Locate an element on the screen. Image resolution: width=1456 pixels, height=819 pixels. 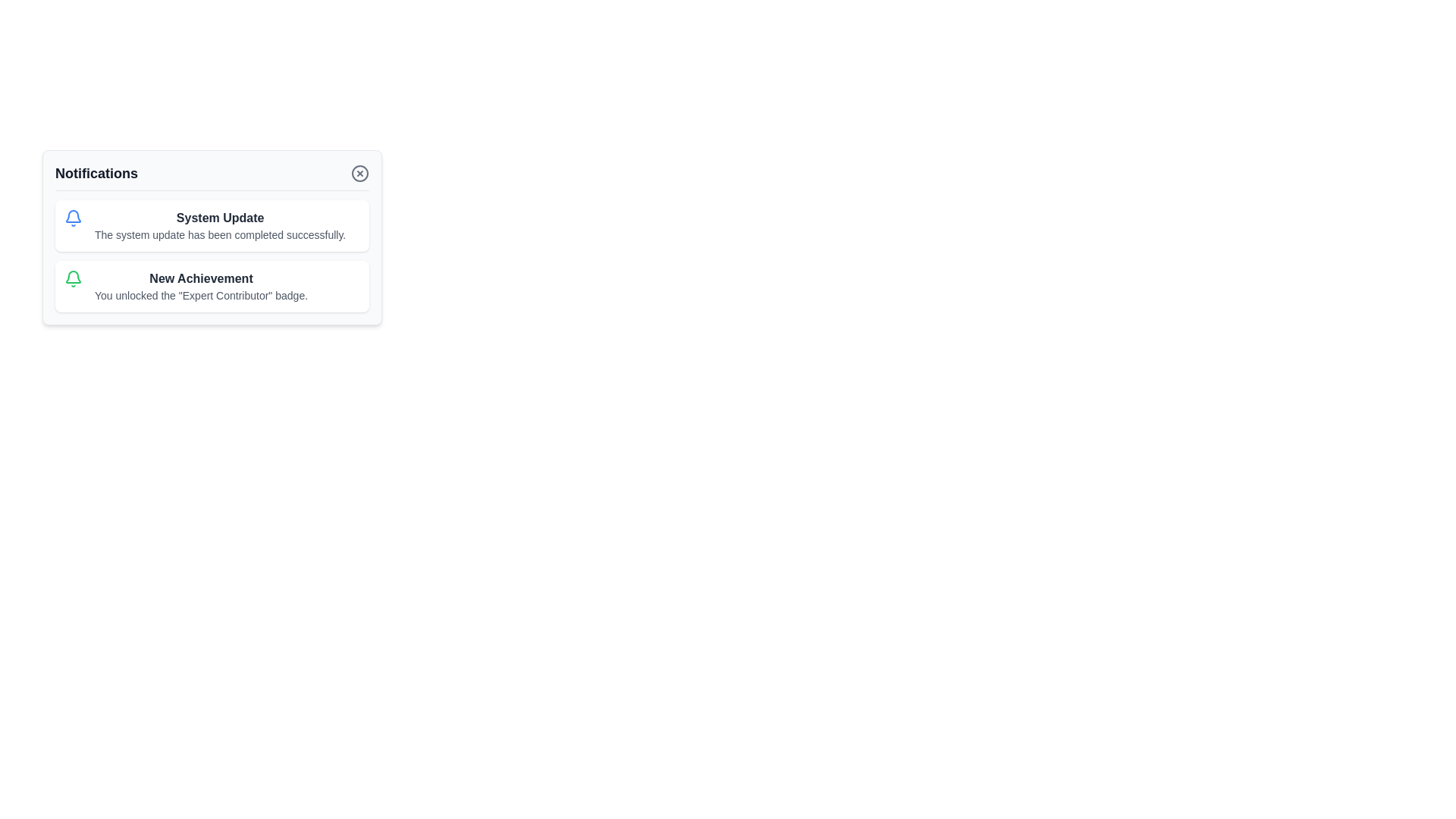
text label stating 'The system update has been completed successfully.' which is located in the notification card beneath the 'System Update' heading is located at coordinates (219, 234).